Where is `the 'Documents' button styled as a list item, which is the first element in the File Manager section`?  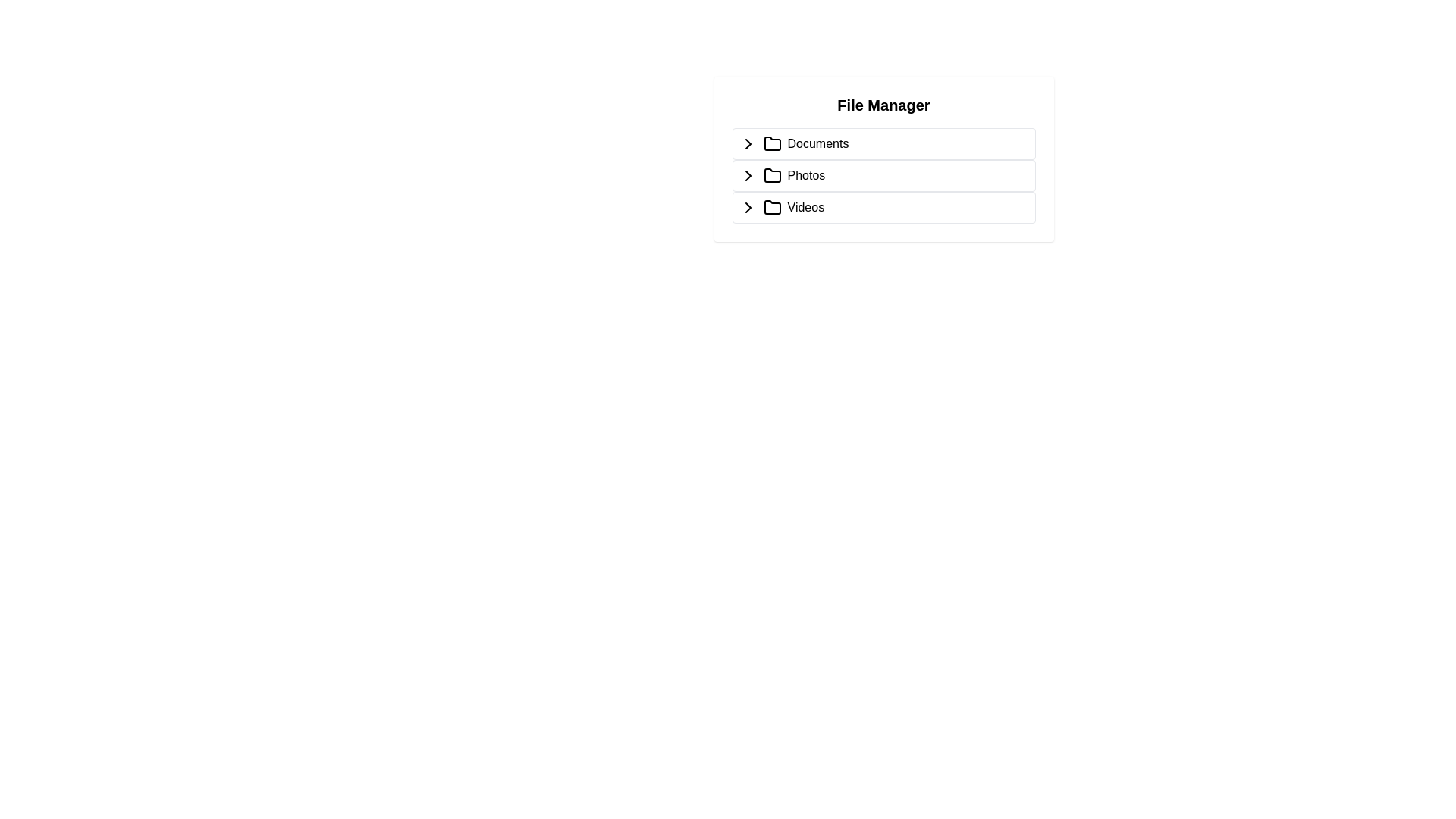 the 'Documents' button styled as a list item, which is the first element in the File Manager section is located at coordinates (883, 143).